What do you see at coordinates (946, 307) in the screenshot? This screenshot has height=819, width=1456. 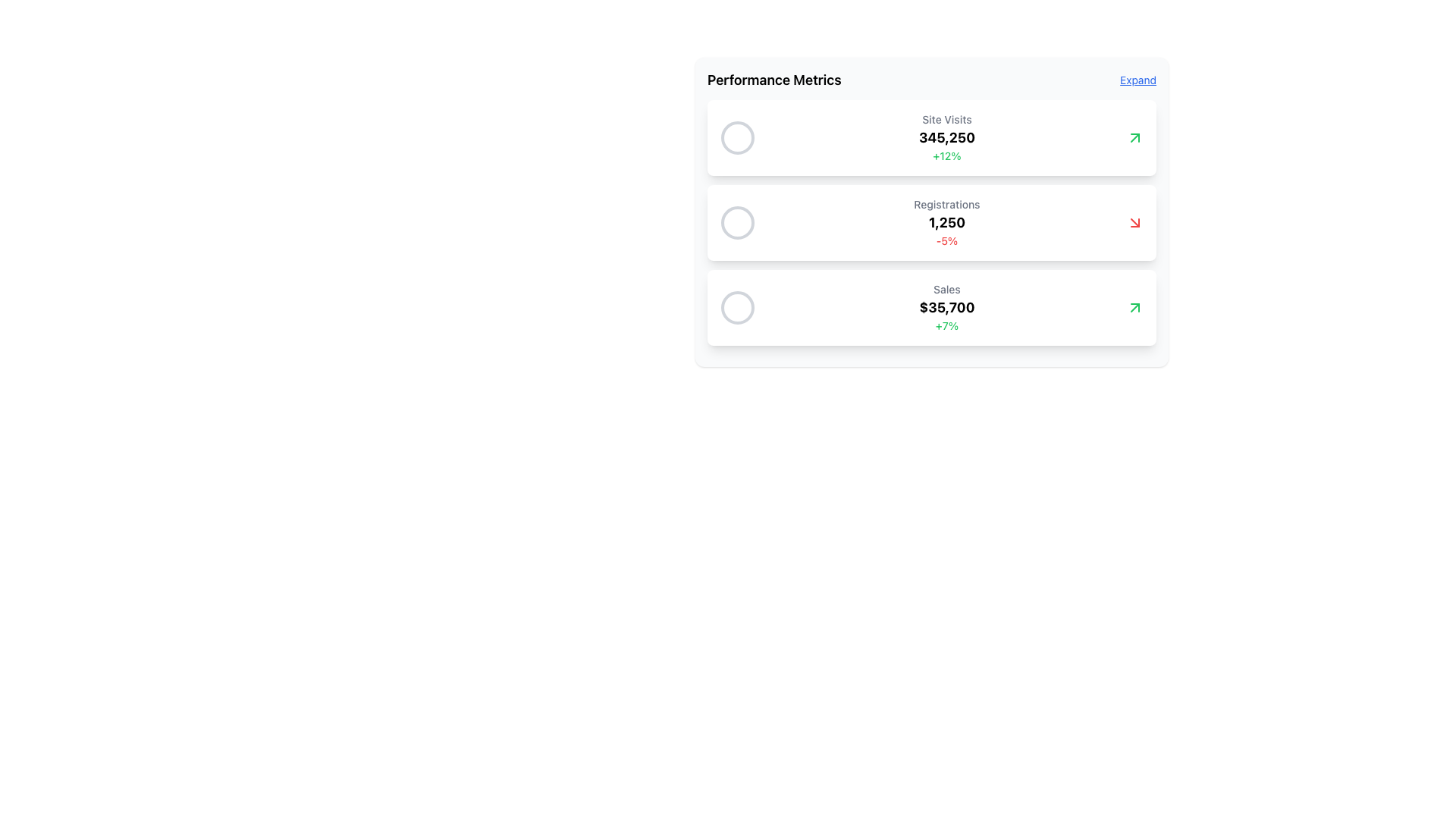 I see `the 'Sales' text block within the third card of the 'Performance Metrics' section` at bounding box center [946, 307].